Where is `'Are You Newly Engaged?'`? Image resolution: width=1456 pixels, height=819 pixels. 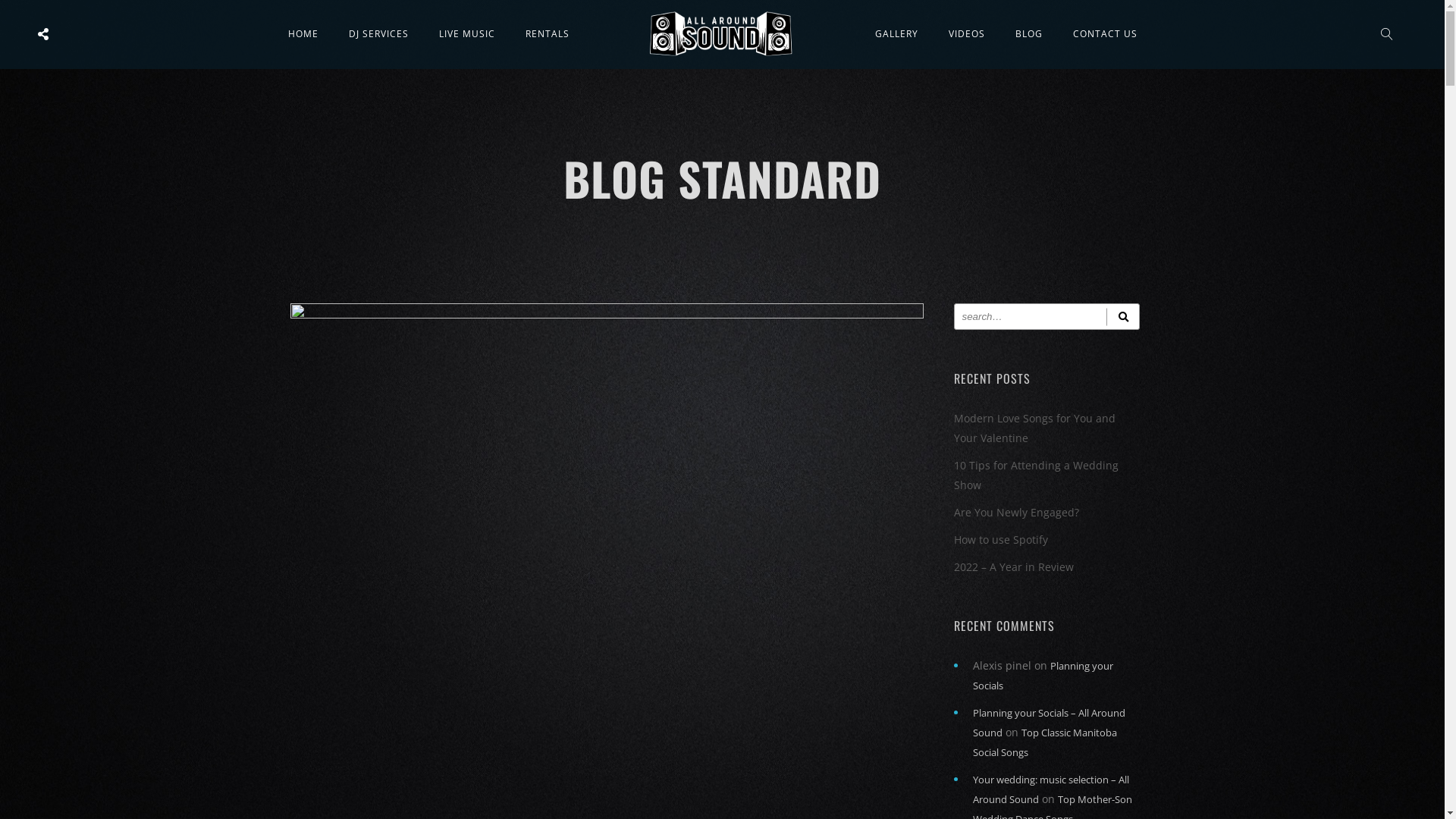 'Are You Newly Engaged?' is located at coordinates (1016, 512).